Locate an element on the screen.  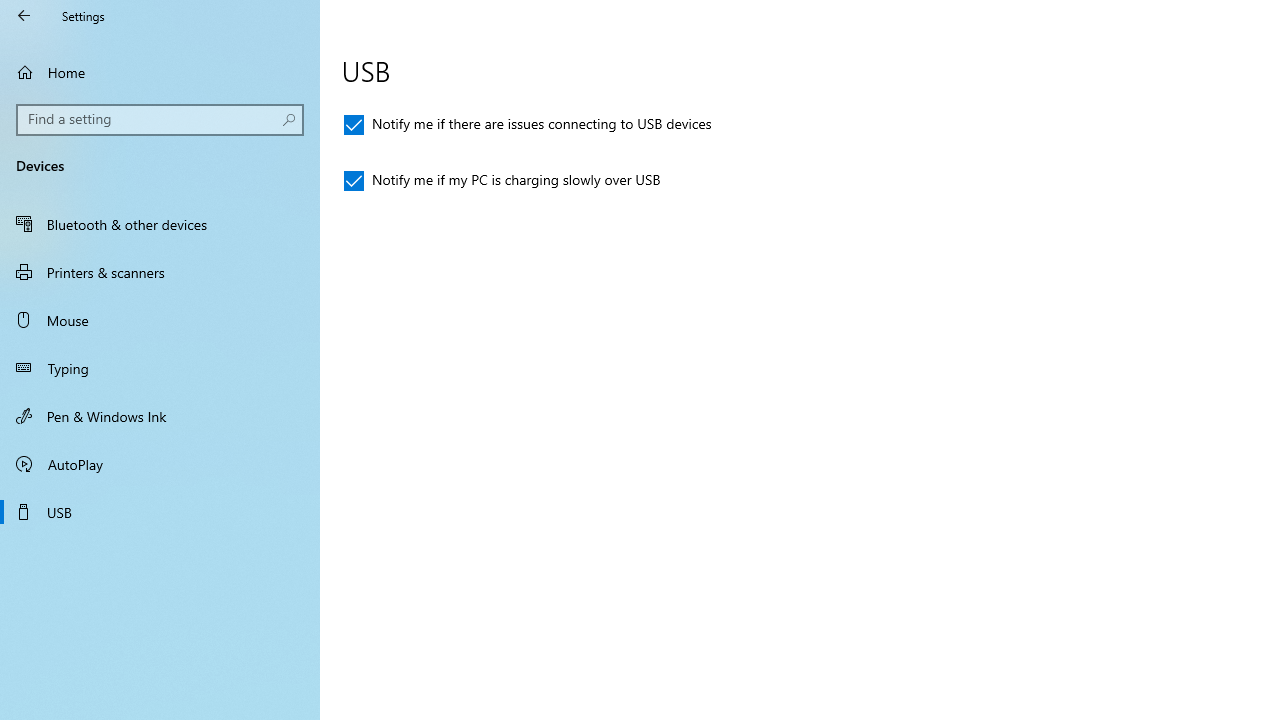
'Printers & scanners' is located at coordinates (160, 271).